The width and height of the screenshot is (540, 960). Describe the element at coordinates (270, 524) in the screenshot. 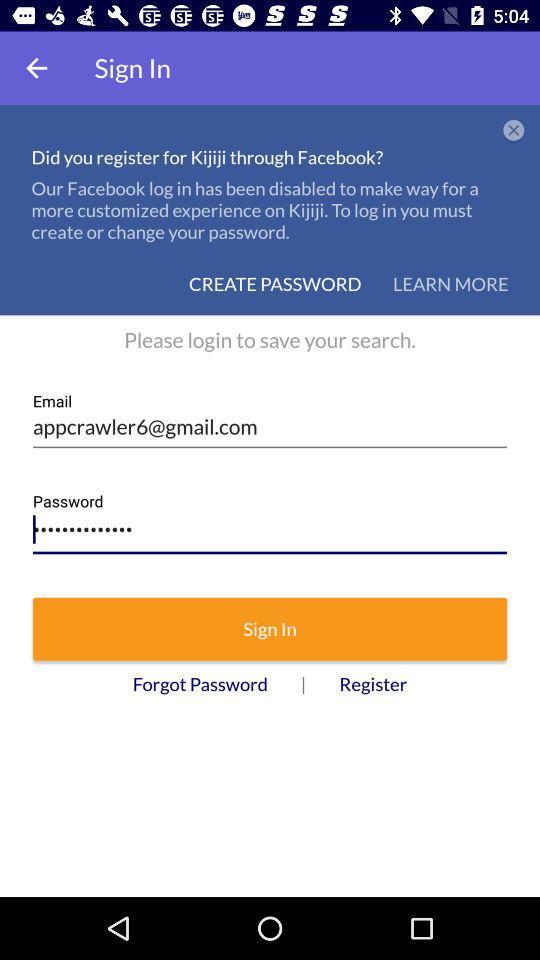

I see `the icon above sign in icon` at that location.